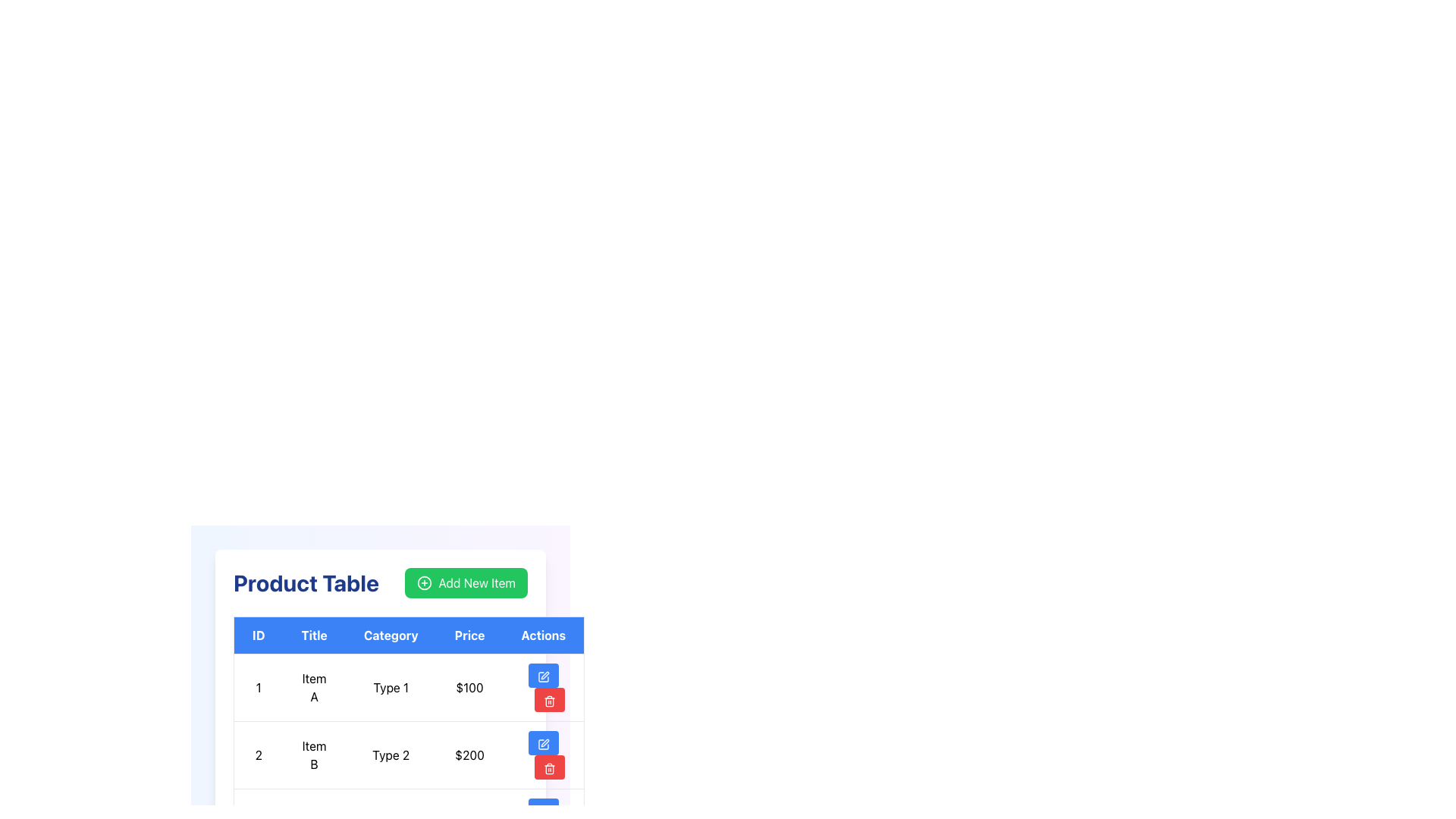 This screenshot has width=1456, height=819. I want to click on the green 'Add New Item' button with a plus sign icon, so click(466, 582).